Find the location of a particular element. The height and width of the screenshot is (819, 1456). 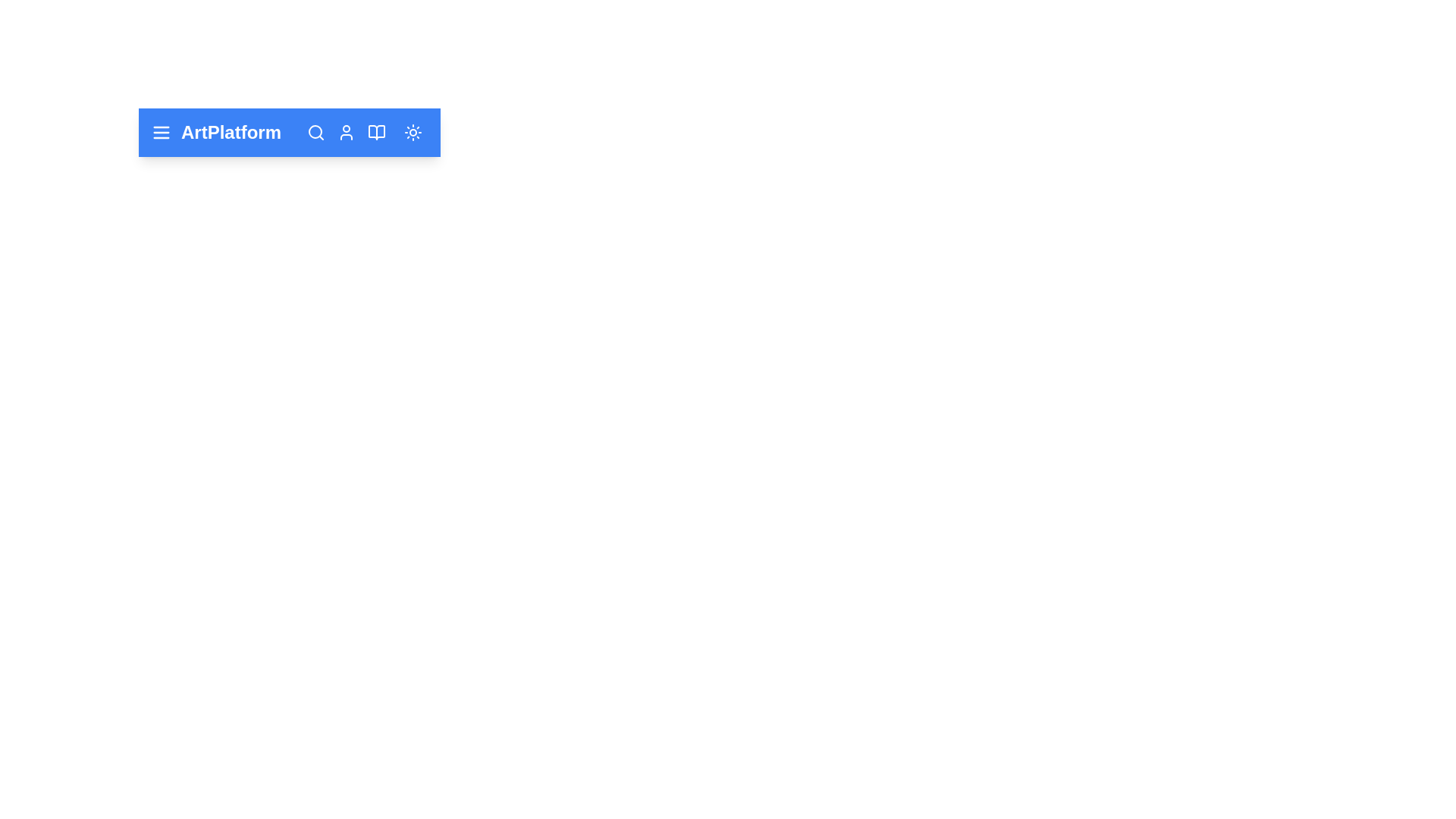

search button to initiate a search is located at coordinates (315, 131).